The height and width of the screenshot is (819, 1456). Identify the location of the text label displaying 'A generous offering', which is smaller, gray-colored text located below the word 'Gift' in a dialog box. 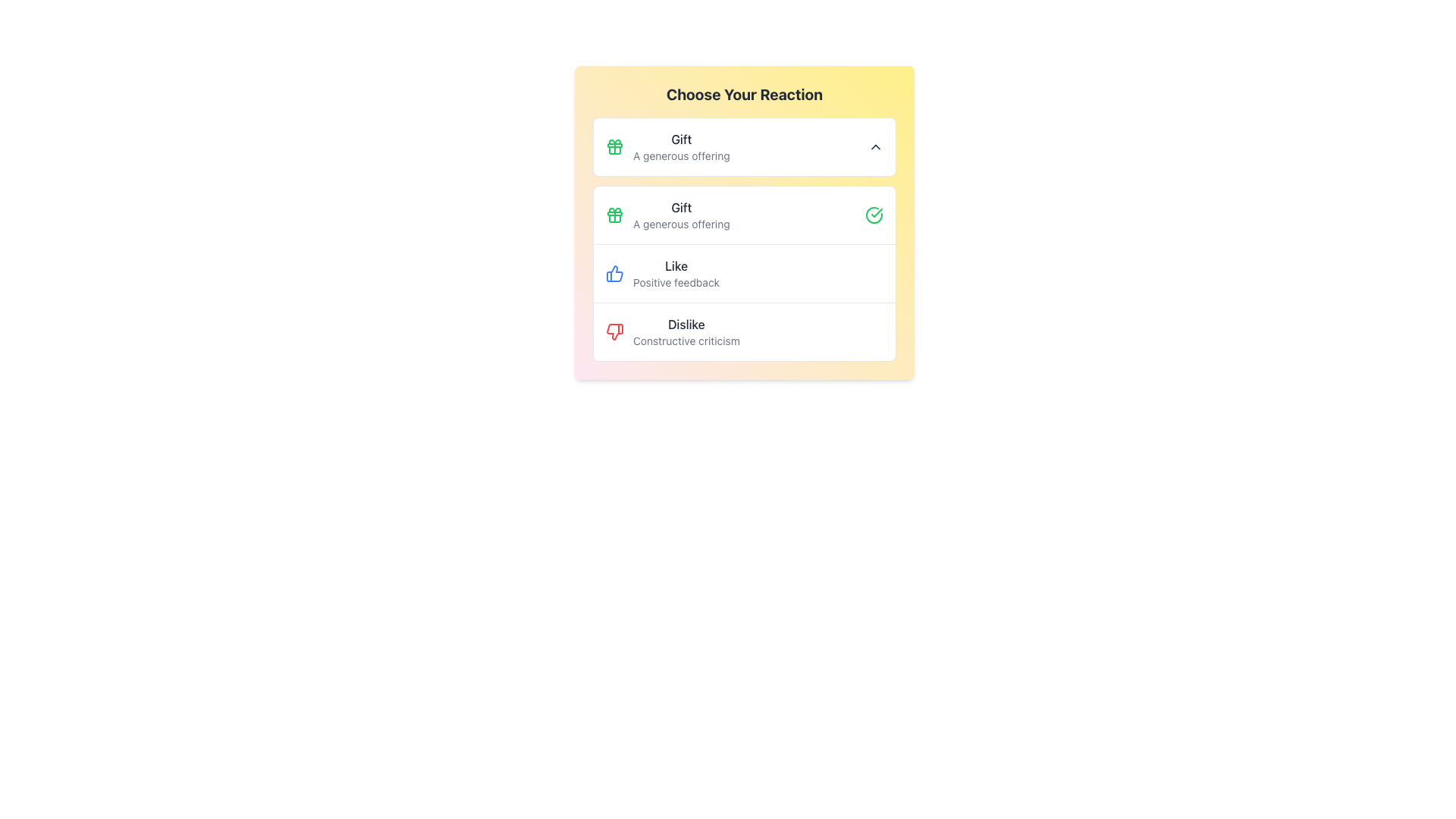
(680, 155).